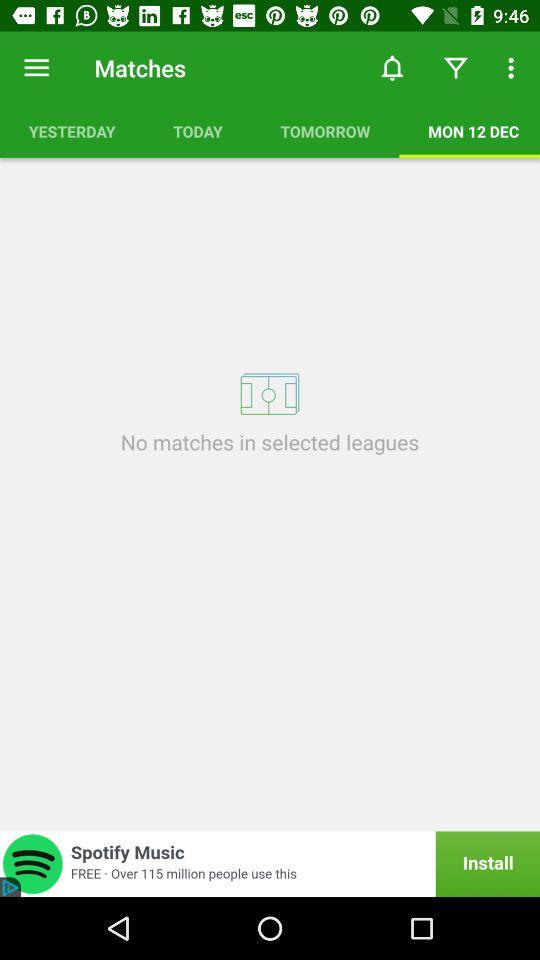 The image size is (540, 960). I want to click on the today item, so click(198, 130).